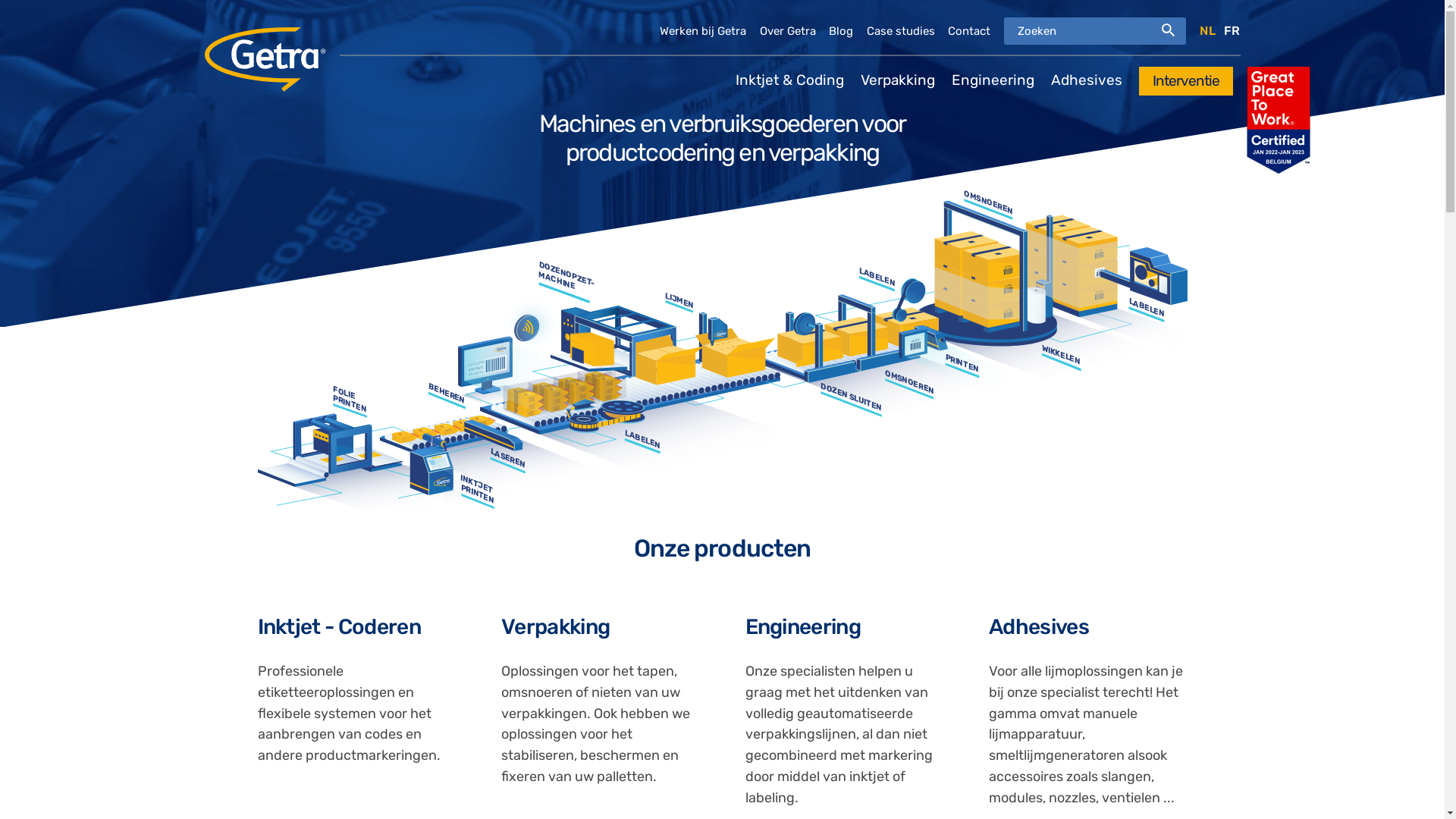 The height and width of the screenshot is (819, 1456). What do you see at coordinates (265, 36) in the screenshot?
I see `'Home'` at bounding box center [265, 36].